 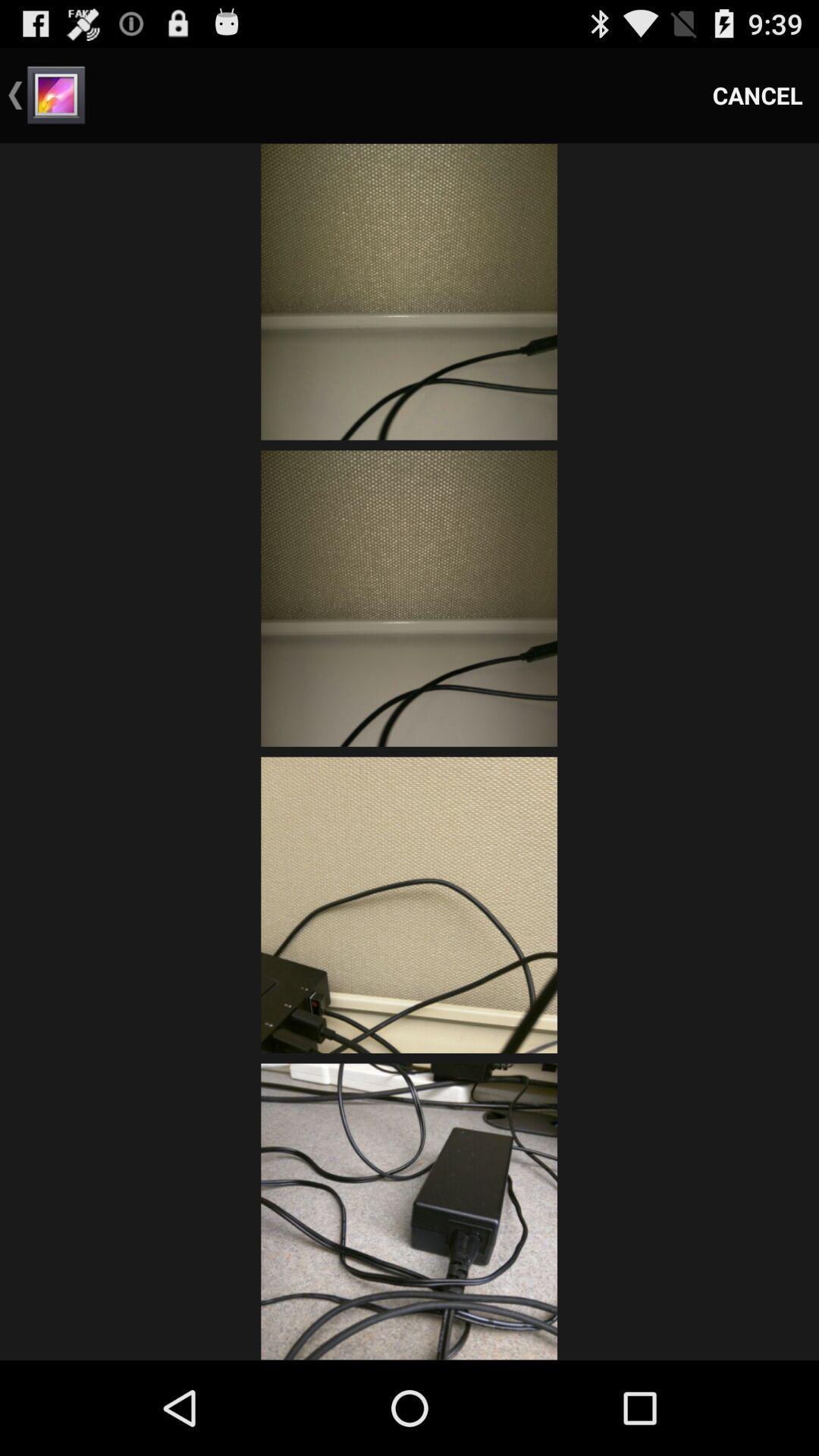 I want to click on cancel icon, so click(x=758, y=94).